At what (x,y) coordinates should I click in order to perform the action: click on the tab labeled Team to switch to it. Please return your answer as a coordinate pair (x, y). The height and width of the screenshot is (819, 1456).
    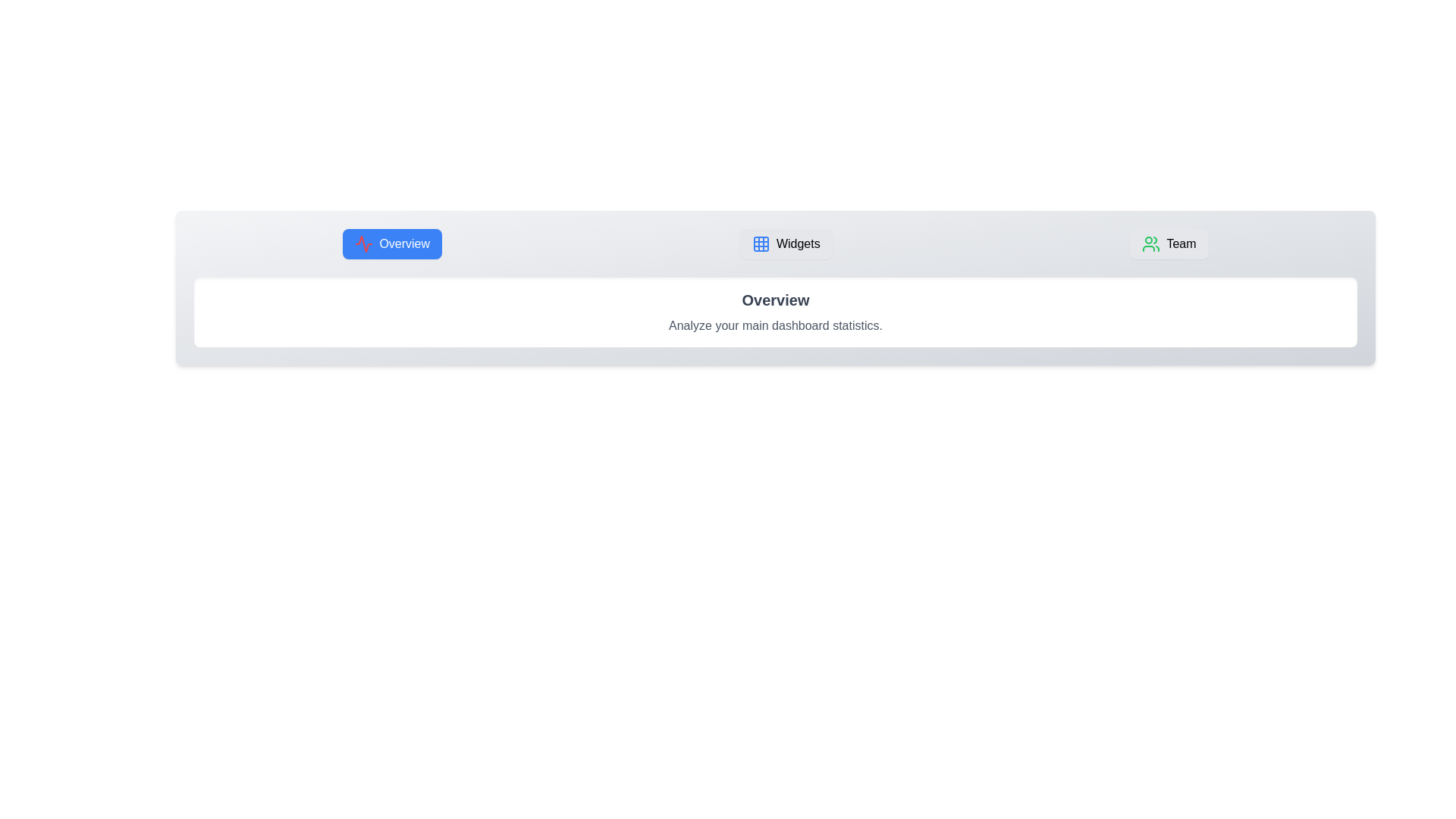
    Looking at the image, I should click on (1168, 243).